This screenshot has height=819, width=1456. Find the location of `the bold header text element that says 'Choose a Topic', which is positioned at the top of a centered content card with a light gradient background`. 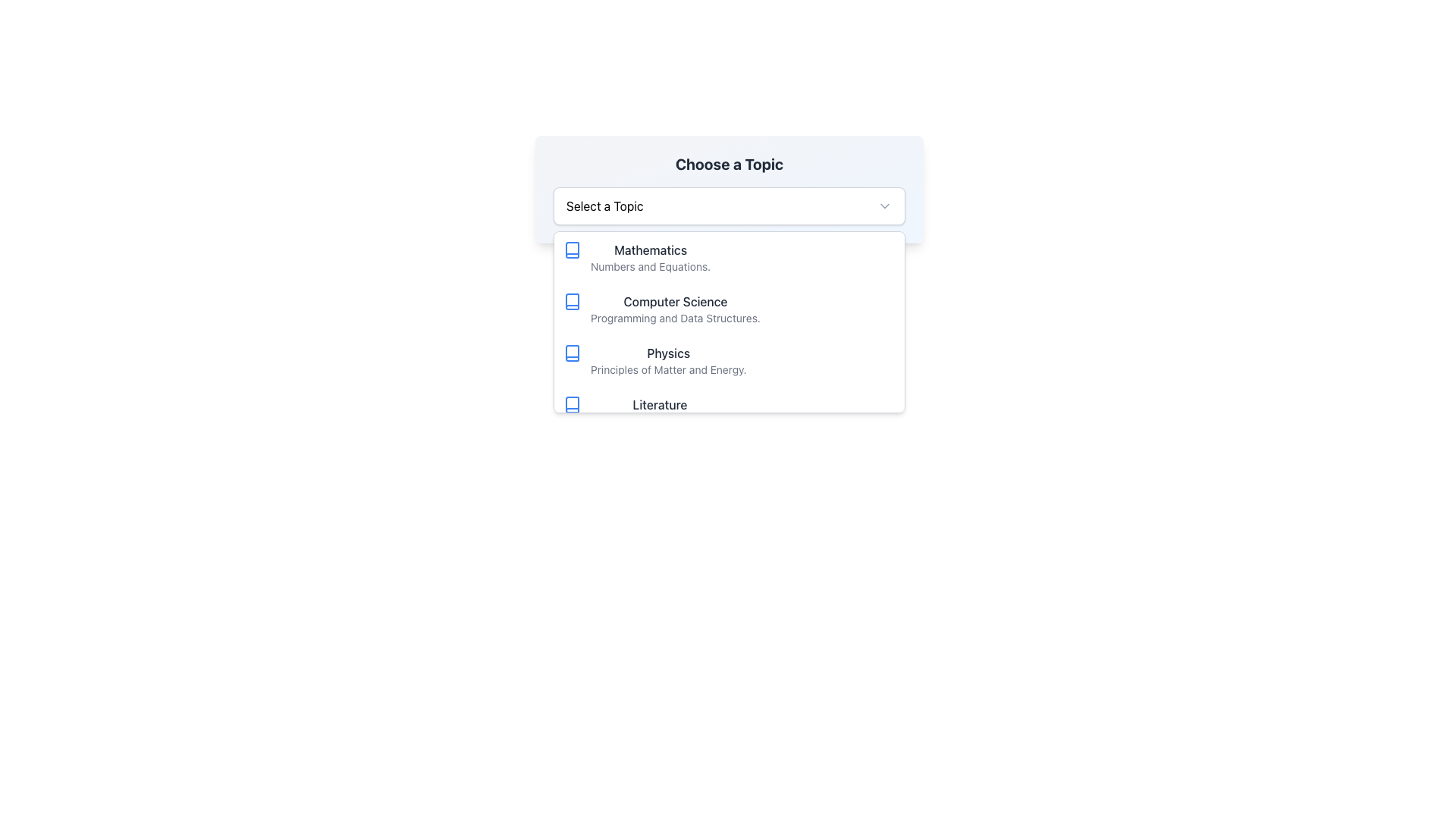

the bold header text element that says 'Choose a Topic', which is positioned at the top of a centered content card with a light gradient background is located at coordinates (729, 164).